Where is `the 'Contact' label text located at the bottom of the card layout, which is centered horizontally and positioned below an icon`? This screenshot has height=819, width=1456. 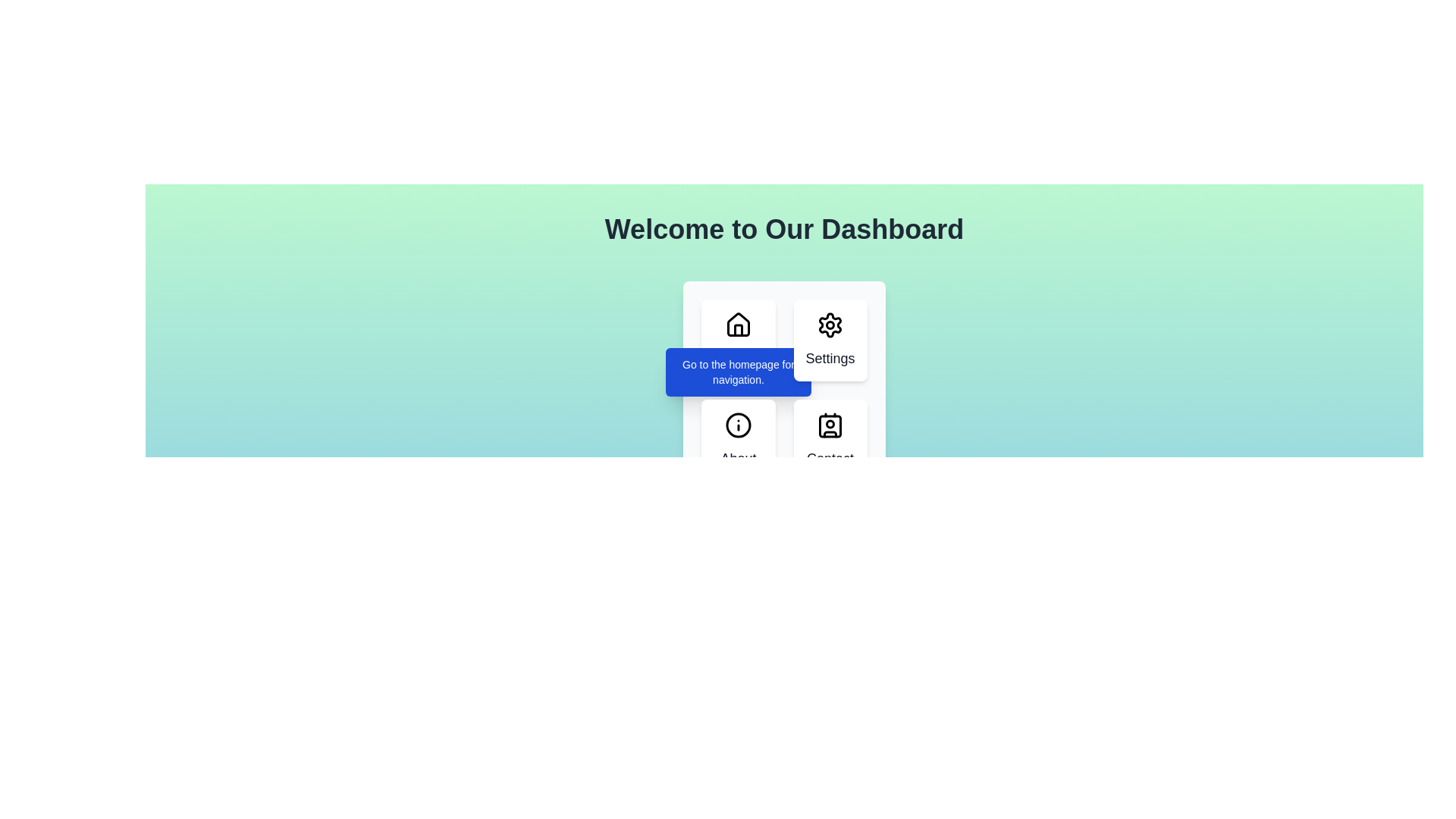 the 'Contact' label text located at the bottom of the card layout, which is centered horizontally and positioned below an icon is located at coordinates (829, 458).